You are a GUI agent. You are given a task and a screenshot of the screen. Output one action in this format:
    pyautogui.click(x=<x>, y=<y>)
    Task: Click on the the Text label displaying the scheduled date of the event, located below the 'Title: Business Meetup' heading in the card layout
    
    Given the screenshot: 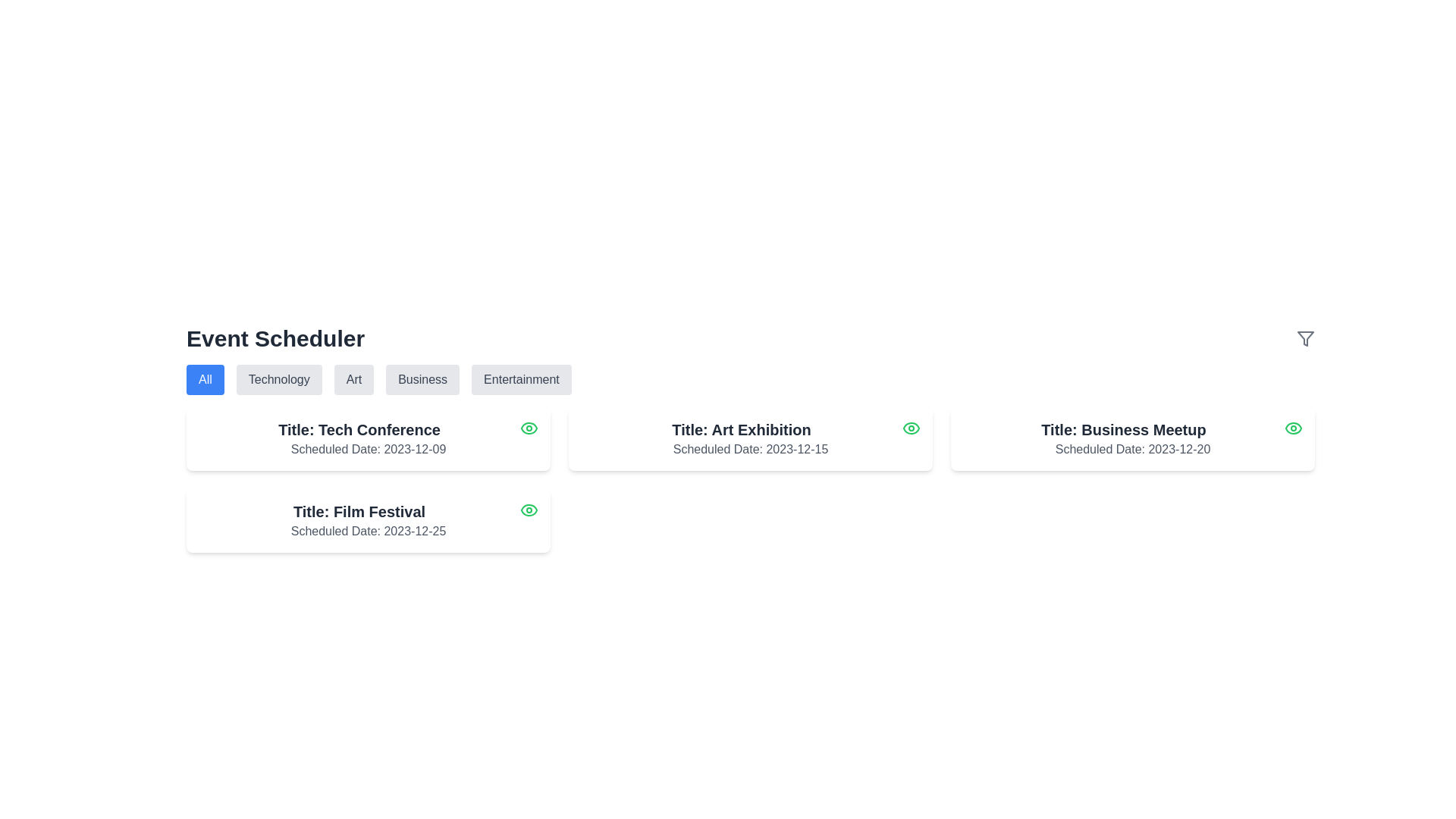 What is the action you would take?
    pyautogui.click(x=1132, y=449)
    